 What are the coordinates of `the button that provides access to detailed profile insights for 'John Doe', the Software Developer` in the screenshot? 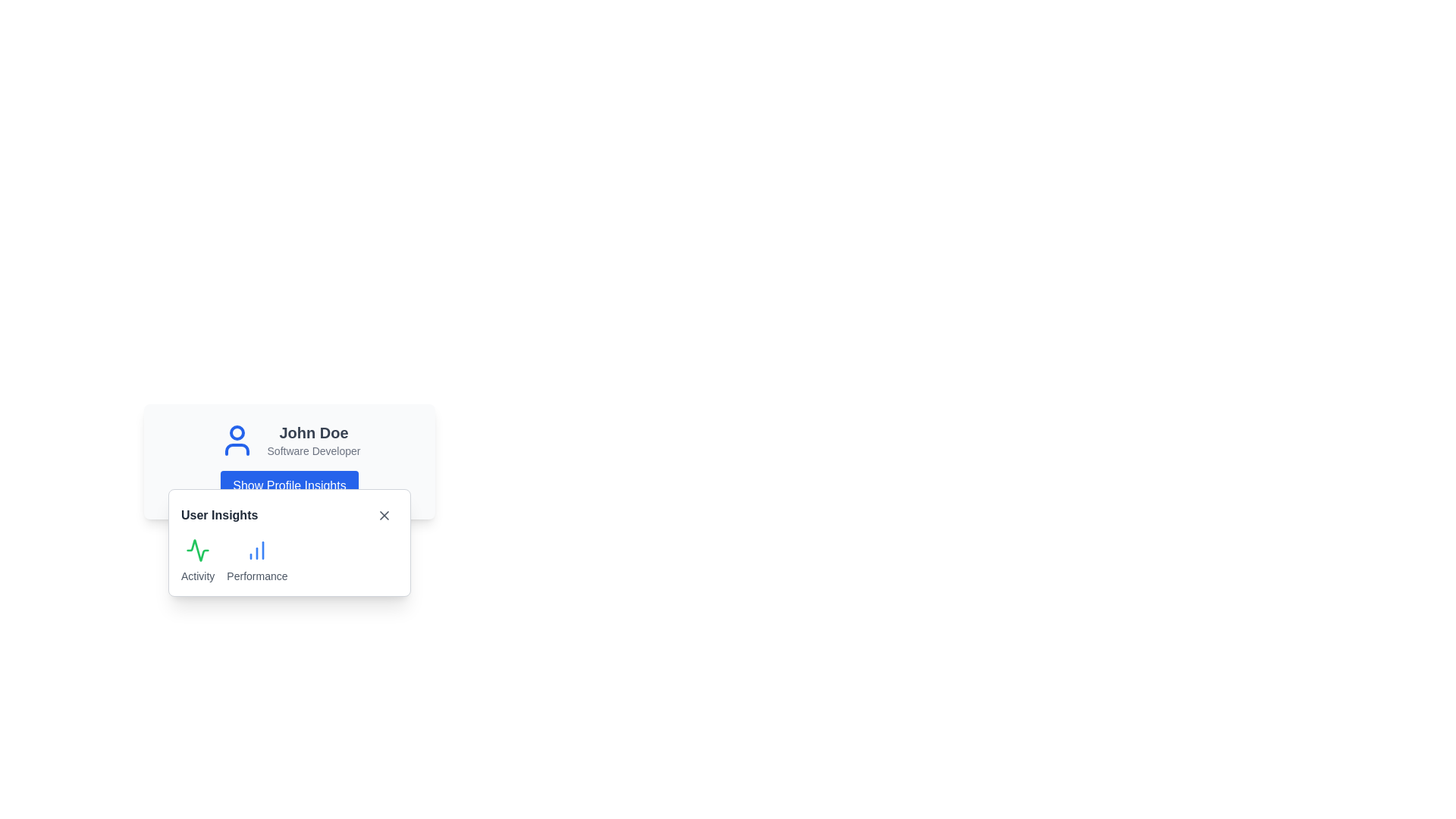 It's located at (290, 485).